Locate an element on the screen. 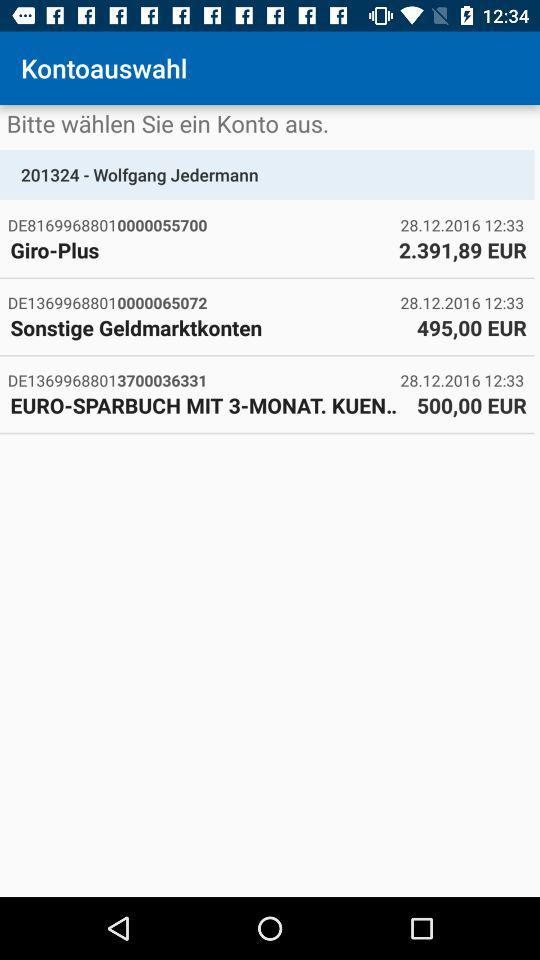 The height and width of the screenshot is (960, 540). 201324 - wolfgang jedermann item is located at coordinates (267, 173).